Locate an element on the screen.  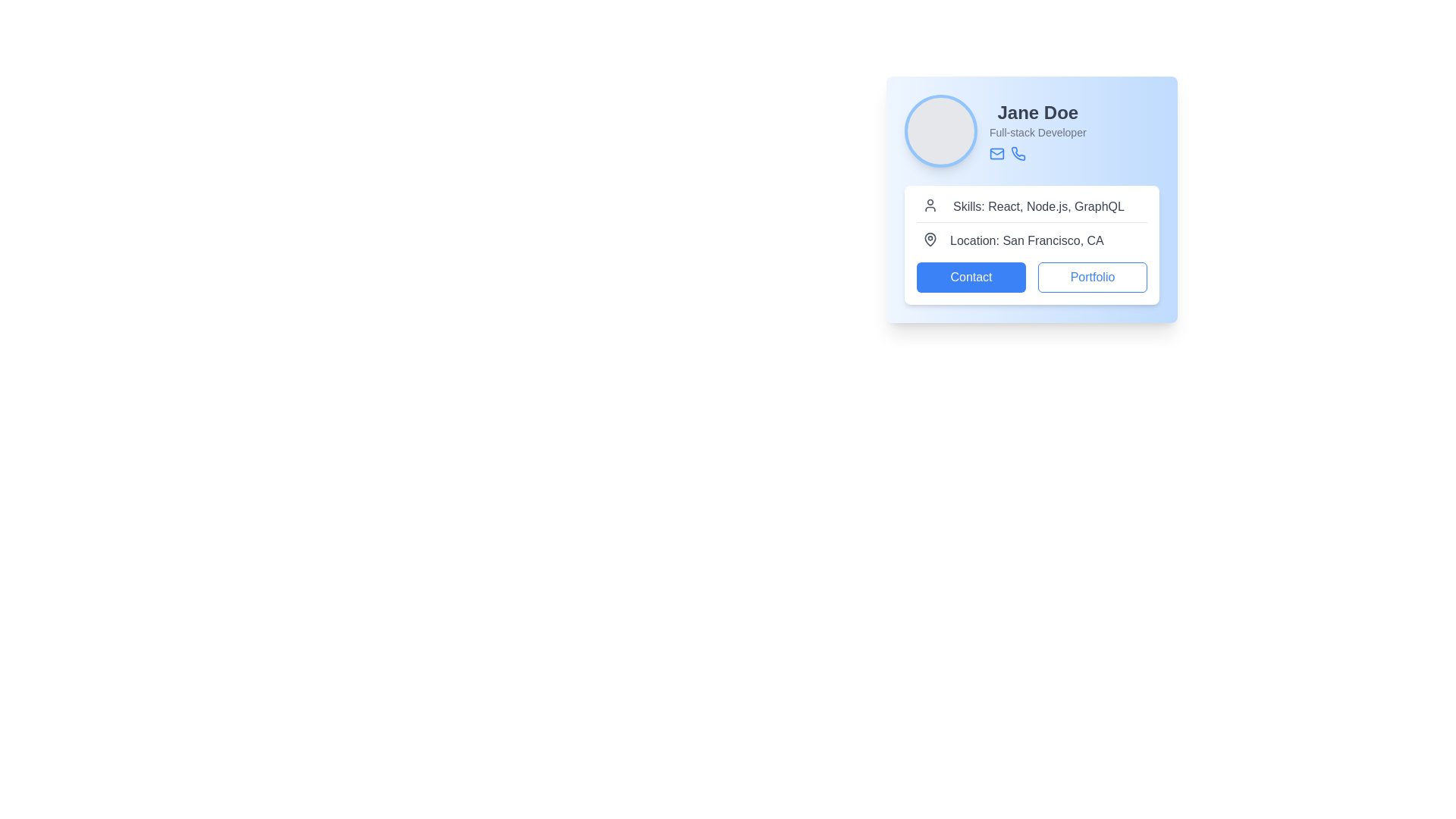
the text display showing 'Skills: React, Node.js, GraphQL' in dark gray, positioned to the right of the user icon and above the location text is located at coordinates (1037, 207).